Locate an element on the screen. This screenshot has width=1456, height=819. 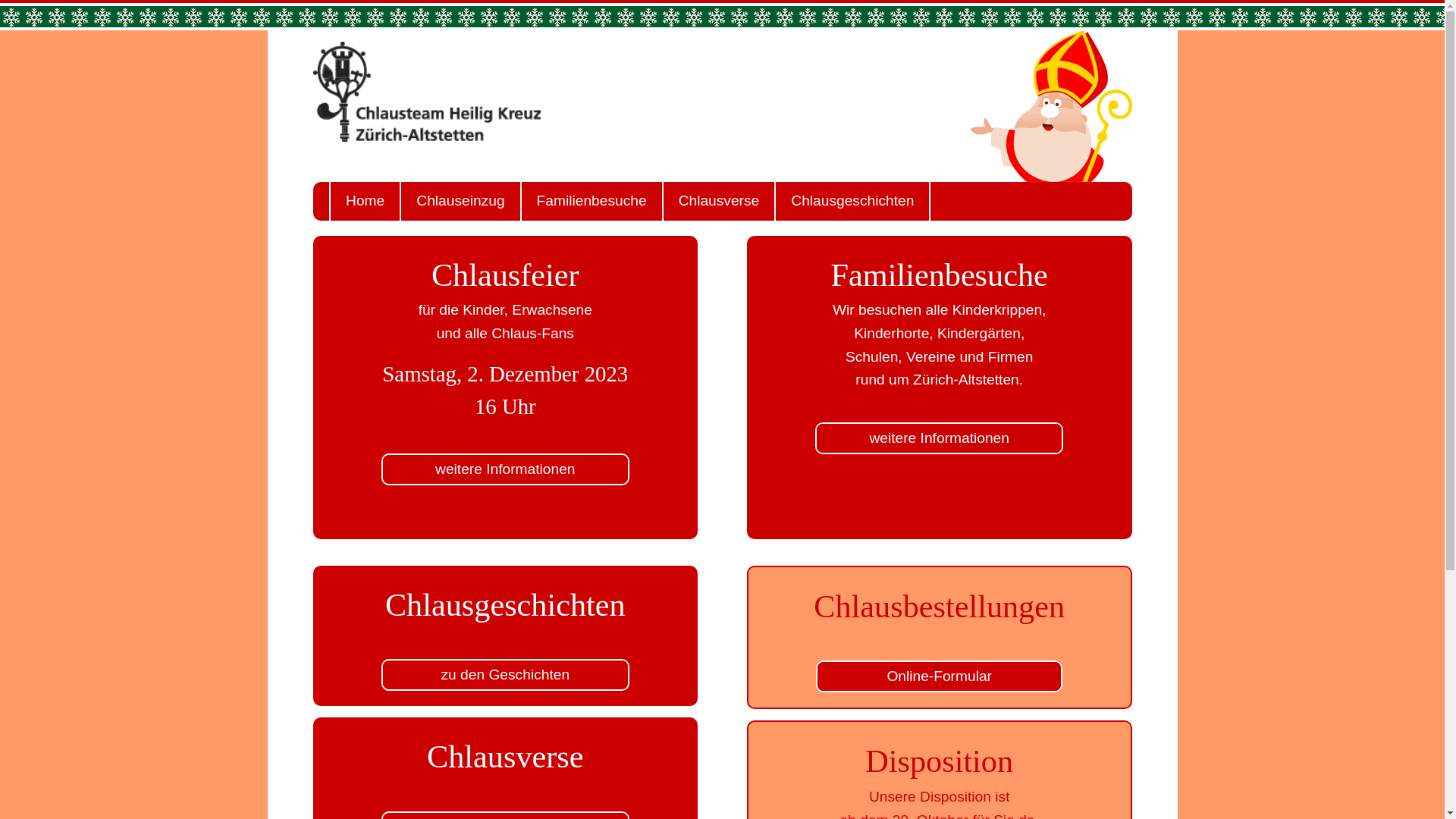
'Online-Formular' is located at coordinates (938, 675).